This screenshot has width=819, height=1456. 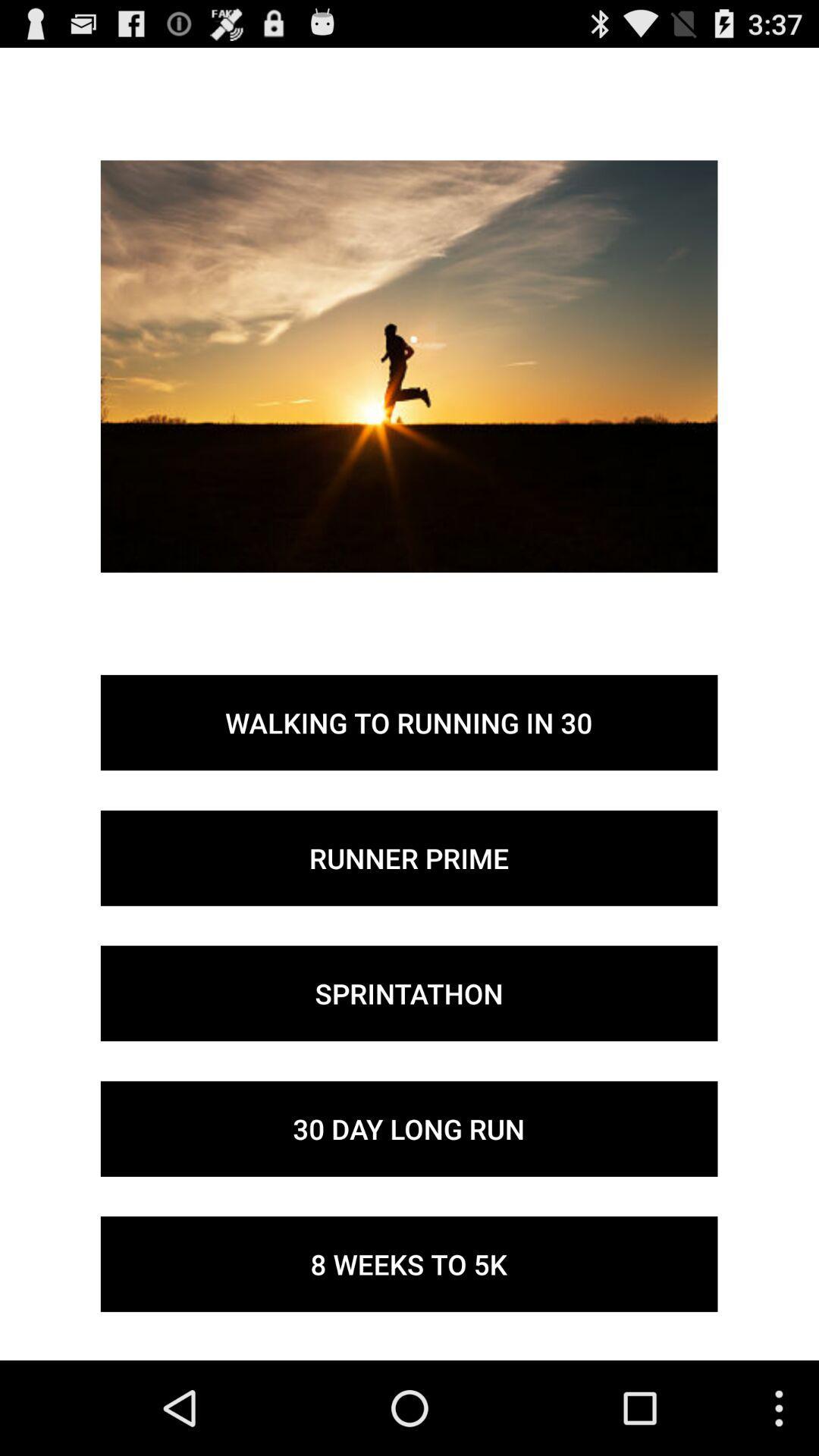 I want to click on button below the 30 day long item, so click(x=408, y=1264).